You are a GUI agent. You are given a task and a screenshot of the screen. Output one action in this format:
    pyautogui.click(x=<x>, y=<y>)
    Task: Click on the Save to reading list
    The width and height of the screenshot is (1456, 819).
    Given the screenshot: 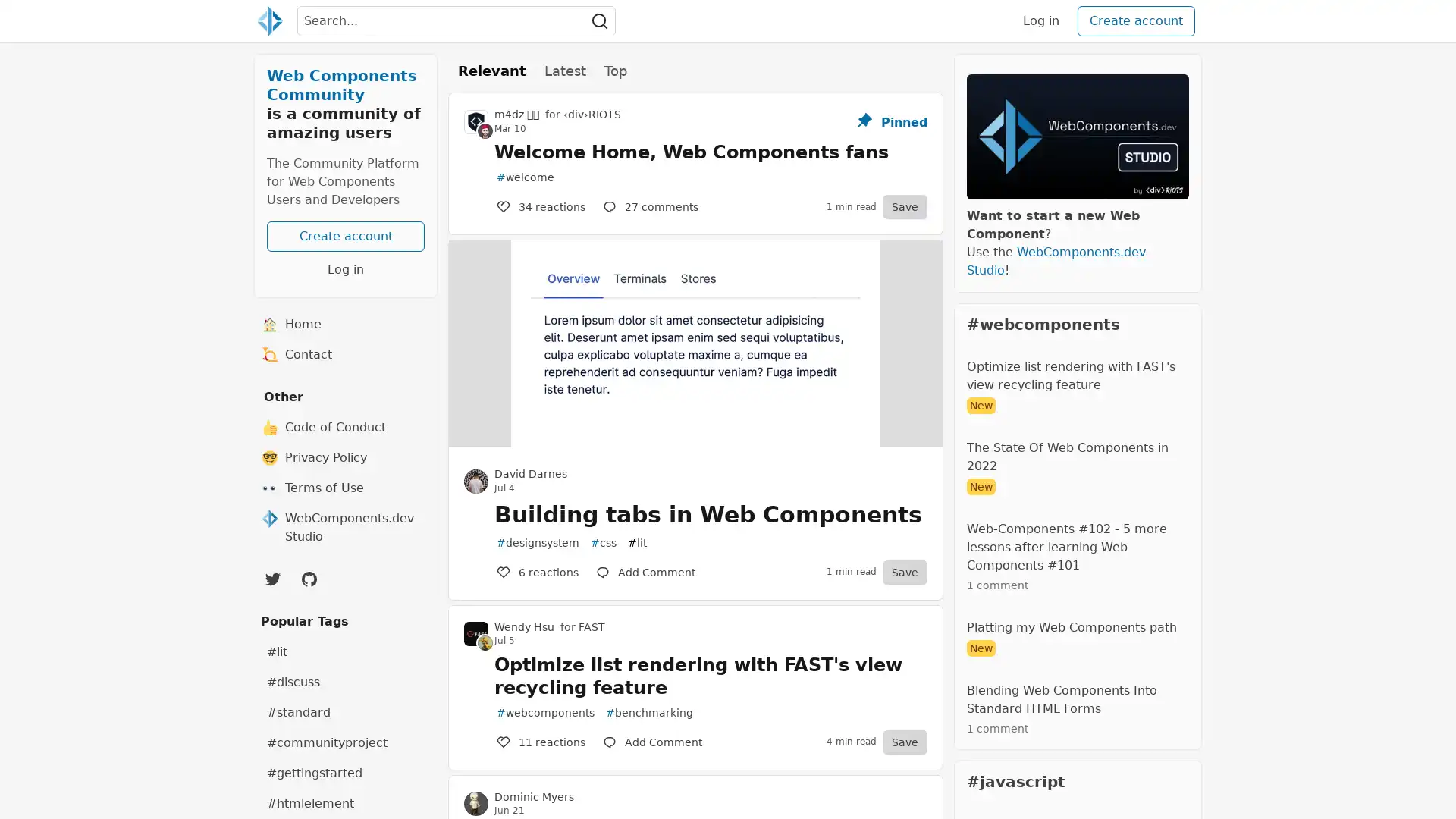 What is the action you would take?
    pyautogui.click(x=904, y=207)
    